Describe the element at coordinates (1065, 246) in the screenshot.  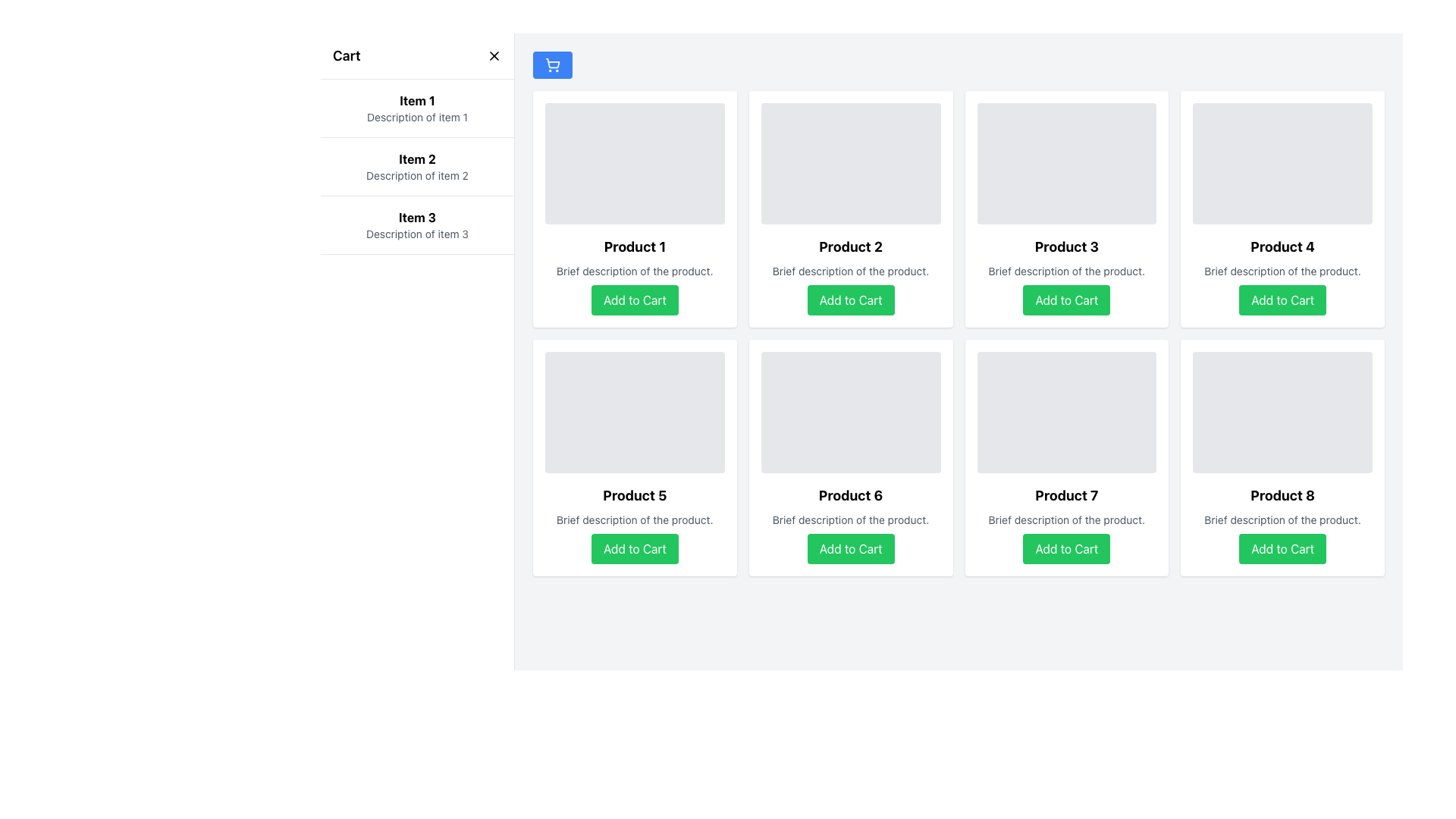
I see `the bold, black text label that reads 'Product 3', which is prominently displayed as a title within a white, rounded rectangle card in the interface` at that location.